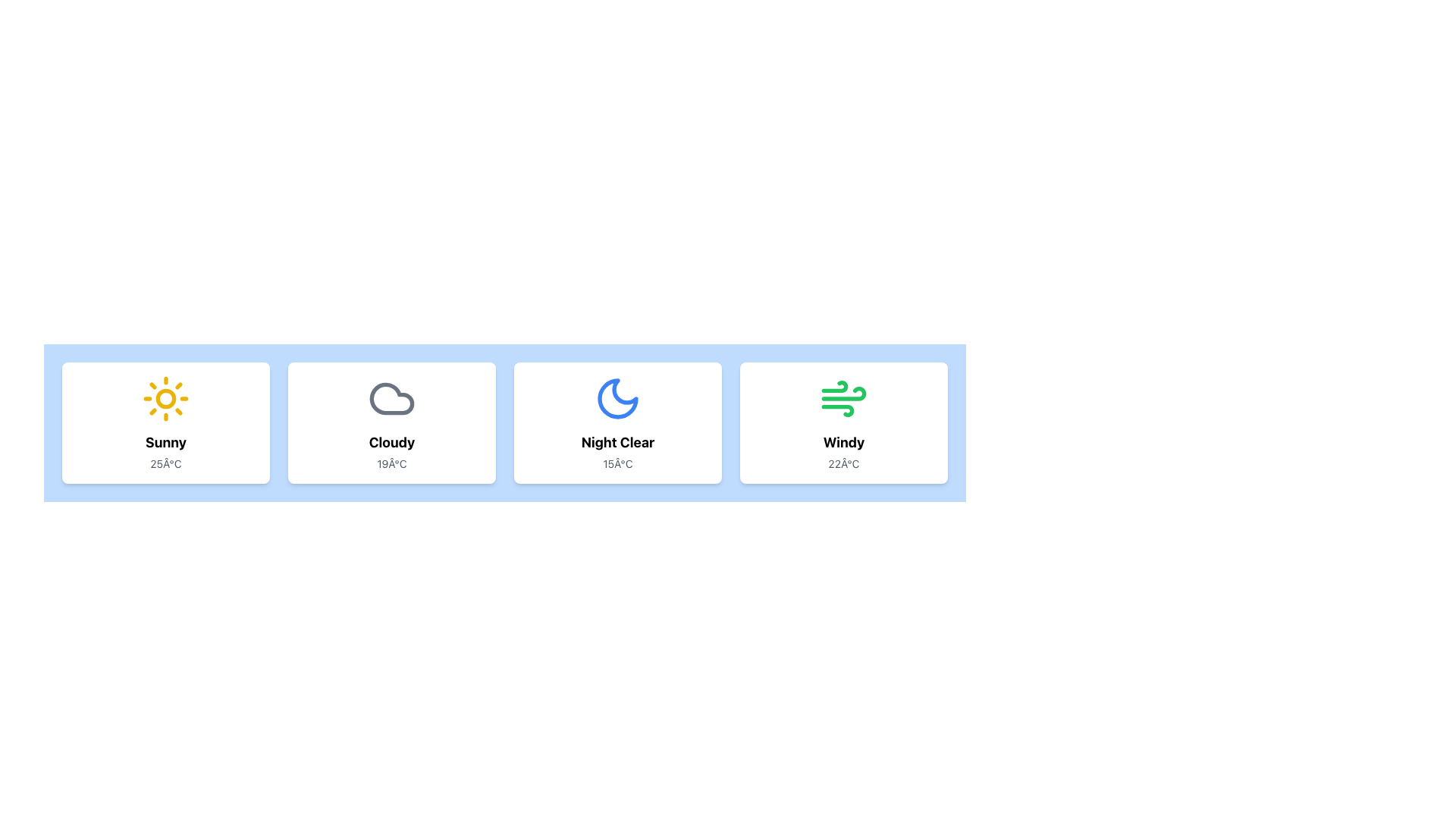 Image resolution: width=1456 pixels, height=819 pixels. What do you see at coordinates (392, 397) in the screenshot?
I see `the cloud-shaped icon located in the second card titled 'Cloudy' with the subtitle '19°C'` at bounding box center [392, 397].